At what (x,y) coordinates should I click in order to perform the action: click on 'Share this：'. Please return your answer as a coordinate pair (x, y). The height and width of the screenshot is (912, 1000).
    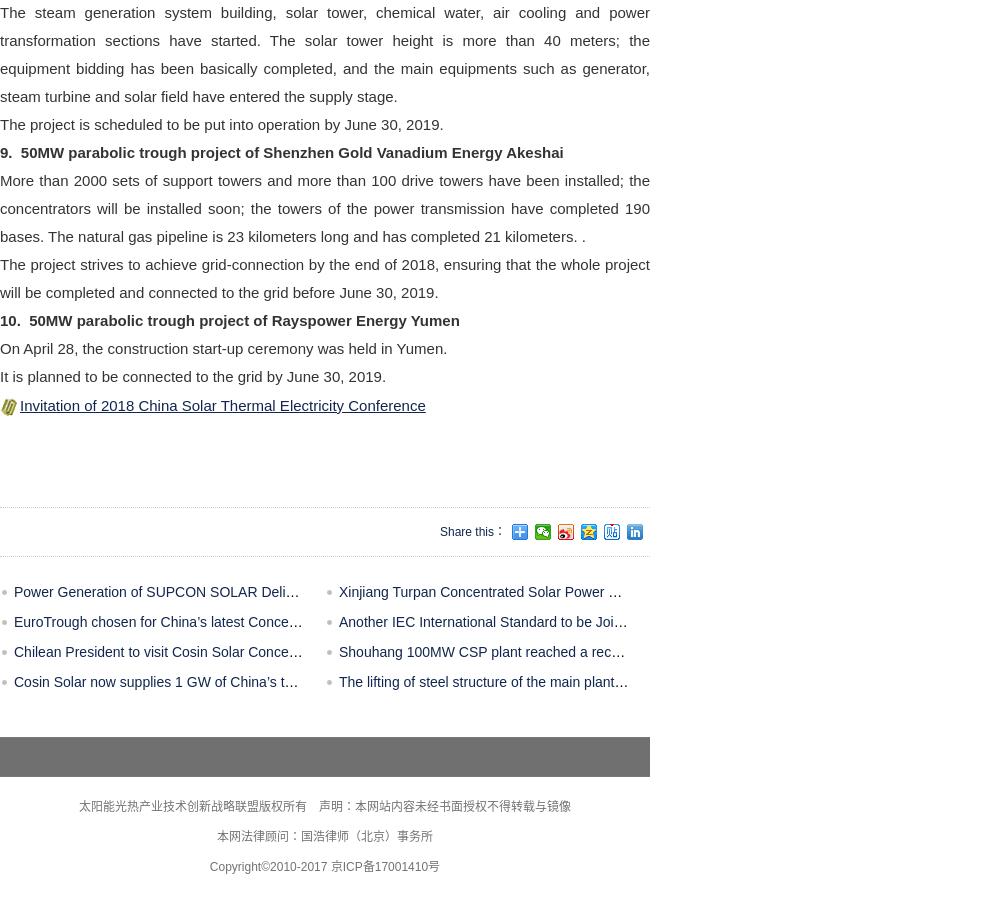
    Looking at the image, I should click on (471, 529).